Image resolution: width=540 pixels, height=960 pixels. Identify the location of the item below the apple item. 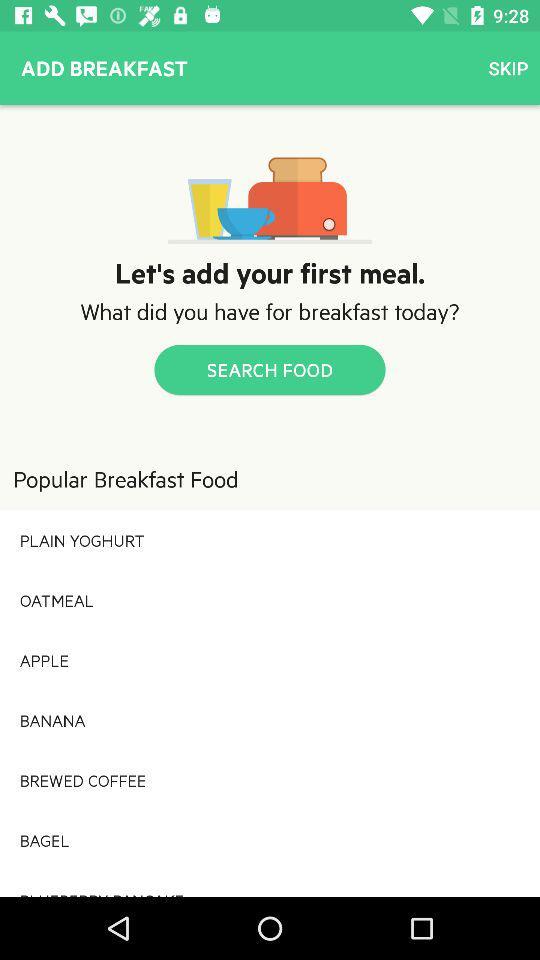
(270, 720).